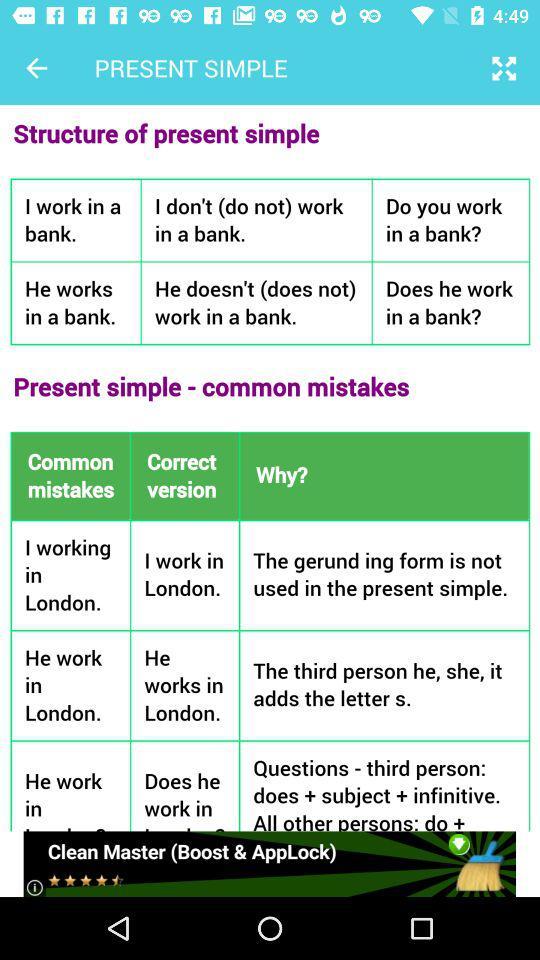 The height and width of the screenshot is (960, 540). I want to click on present simple page, so click(270, 468).